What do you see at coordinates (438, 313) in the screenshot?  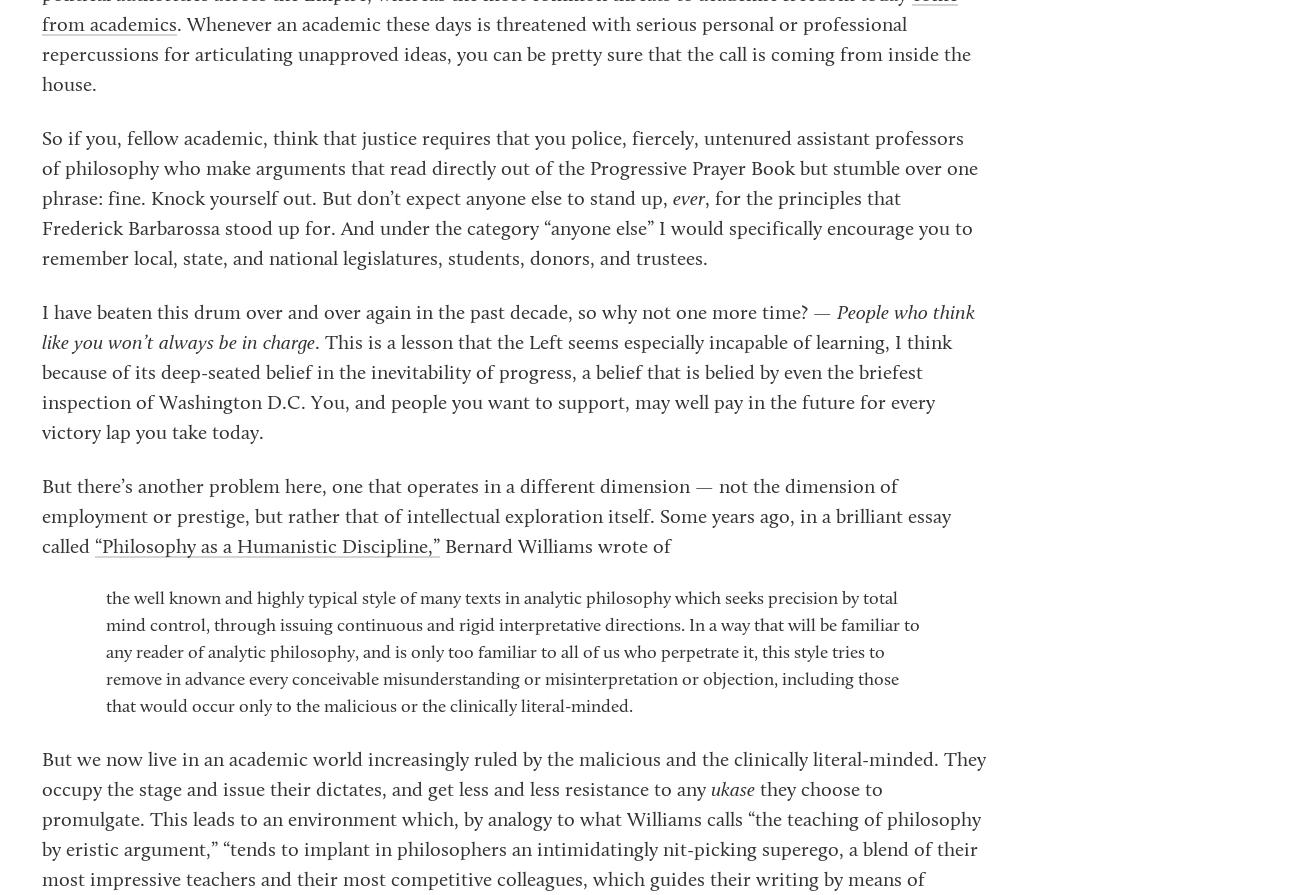 I see `'I have beaten this drum over and over again in the past decade, so why not one more time? —'` at bounding box center [438, 313].